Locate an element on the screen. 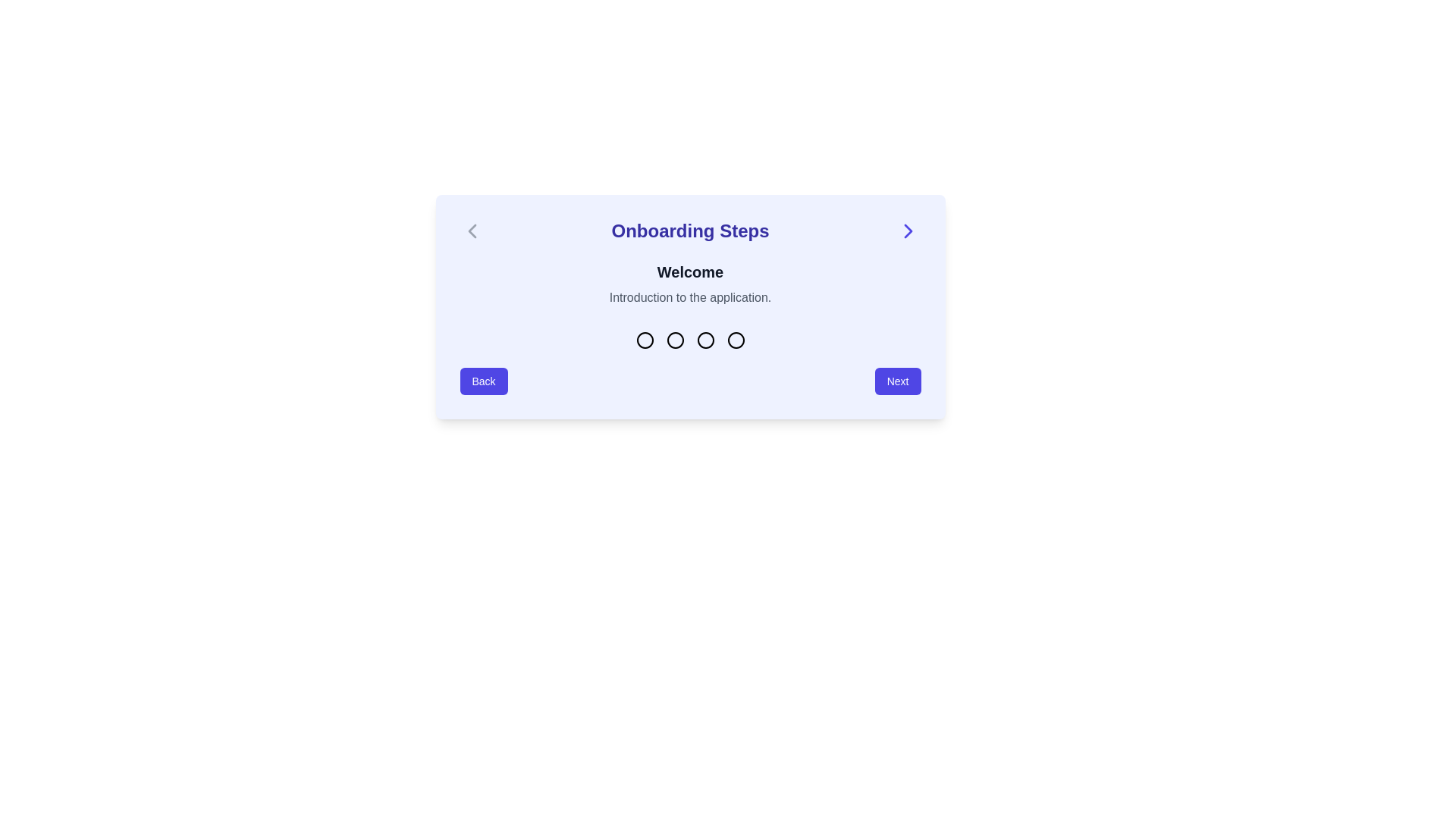  the chevron or right-arrow icon located at the top right-hand corner of the centered panel, which is styled as an interactive navigation component is located at coordinates (908, 231).